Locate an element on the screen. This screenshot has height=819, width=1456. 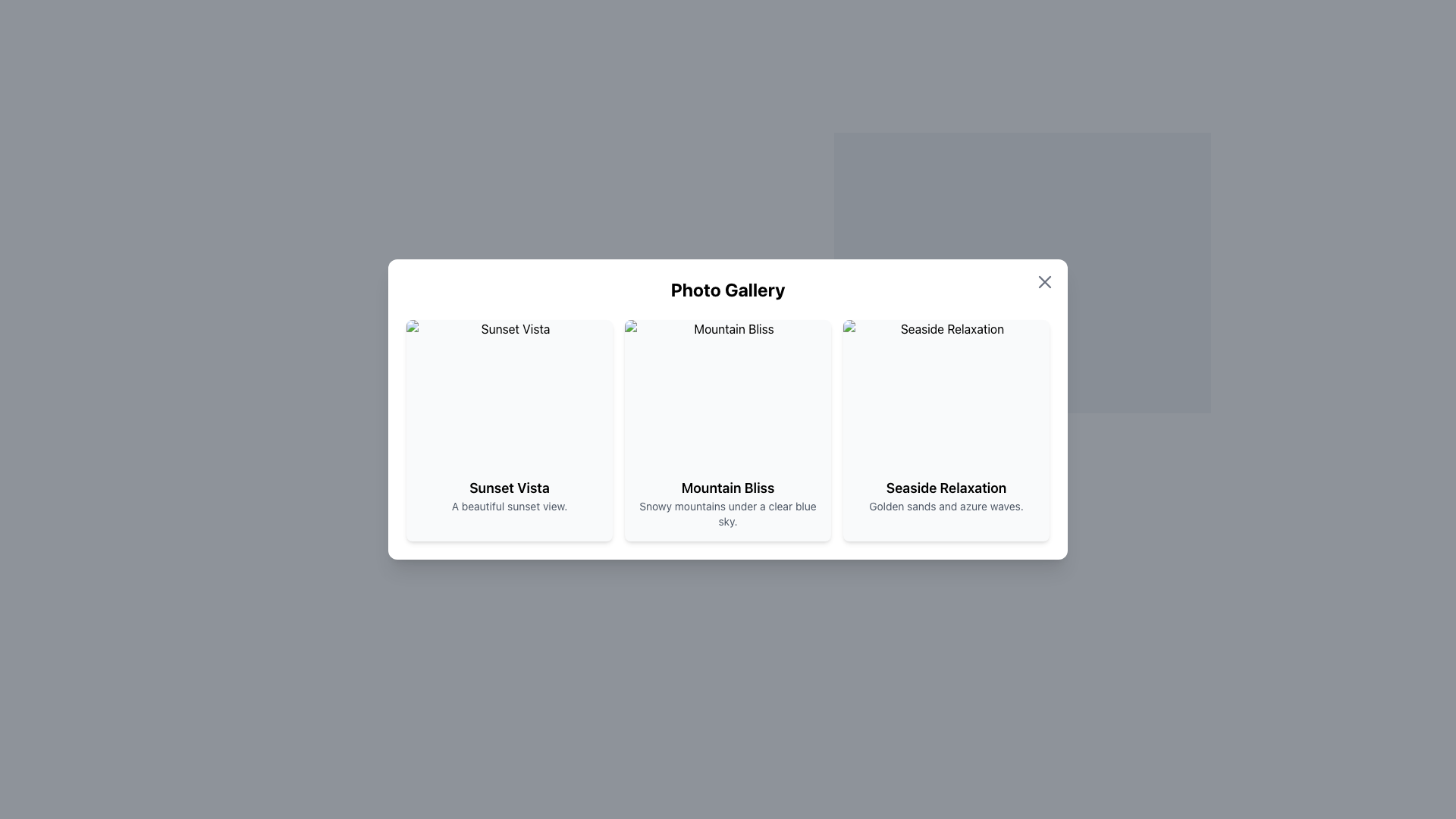
the description text element that provides additional information about the 'Sunset Vista' title, positioned below the title within the same card is located at coordinates (510, 506).